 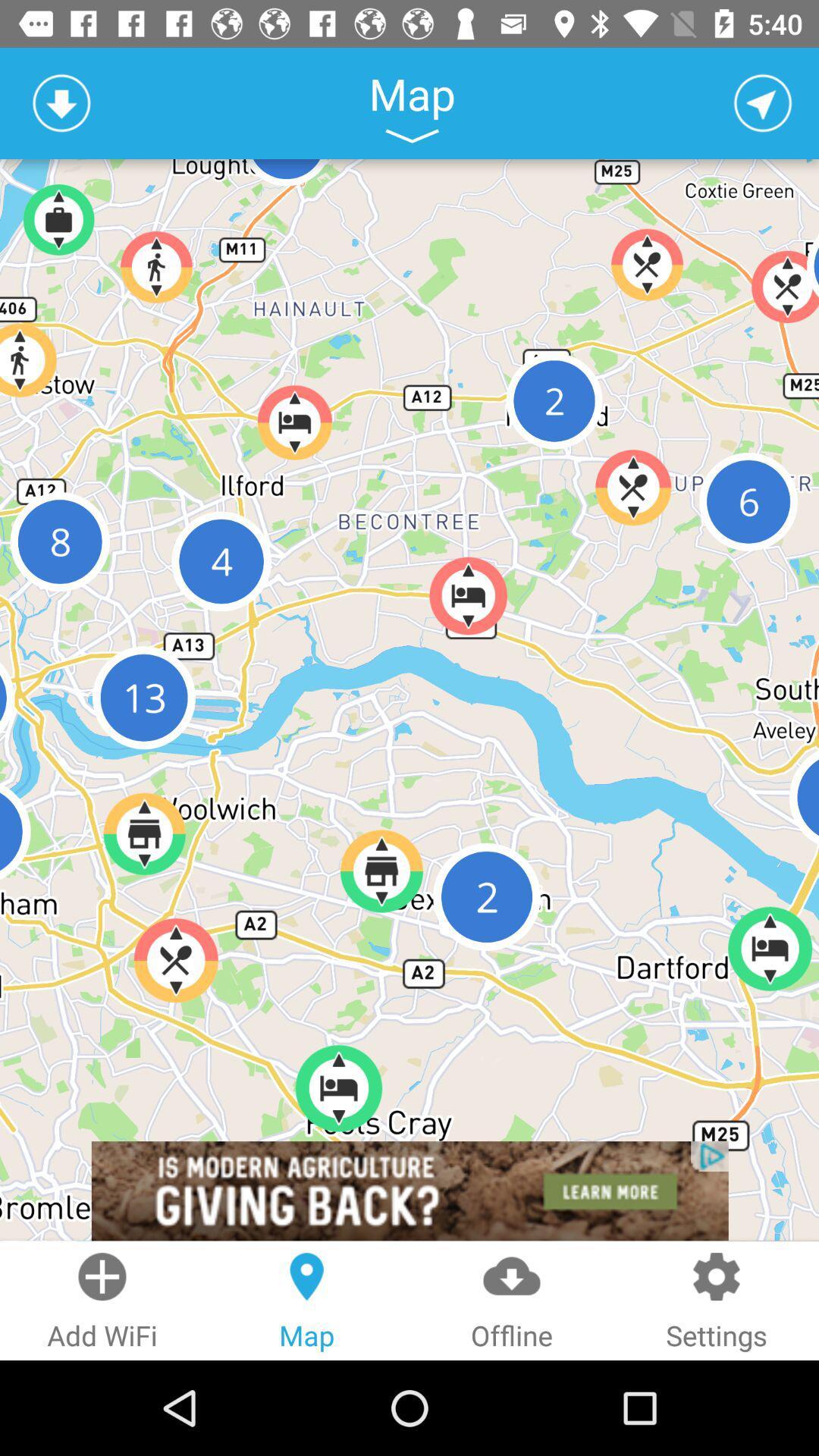 What do you see at coordinates (412, 136) in the screenshot?
I see `maps drop down icon` at bounding box center [412, 136].